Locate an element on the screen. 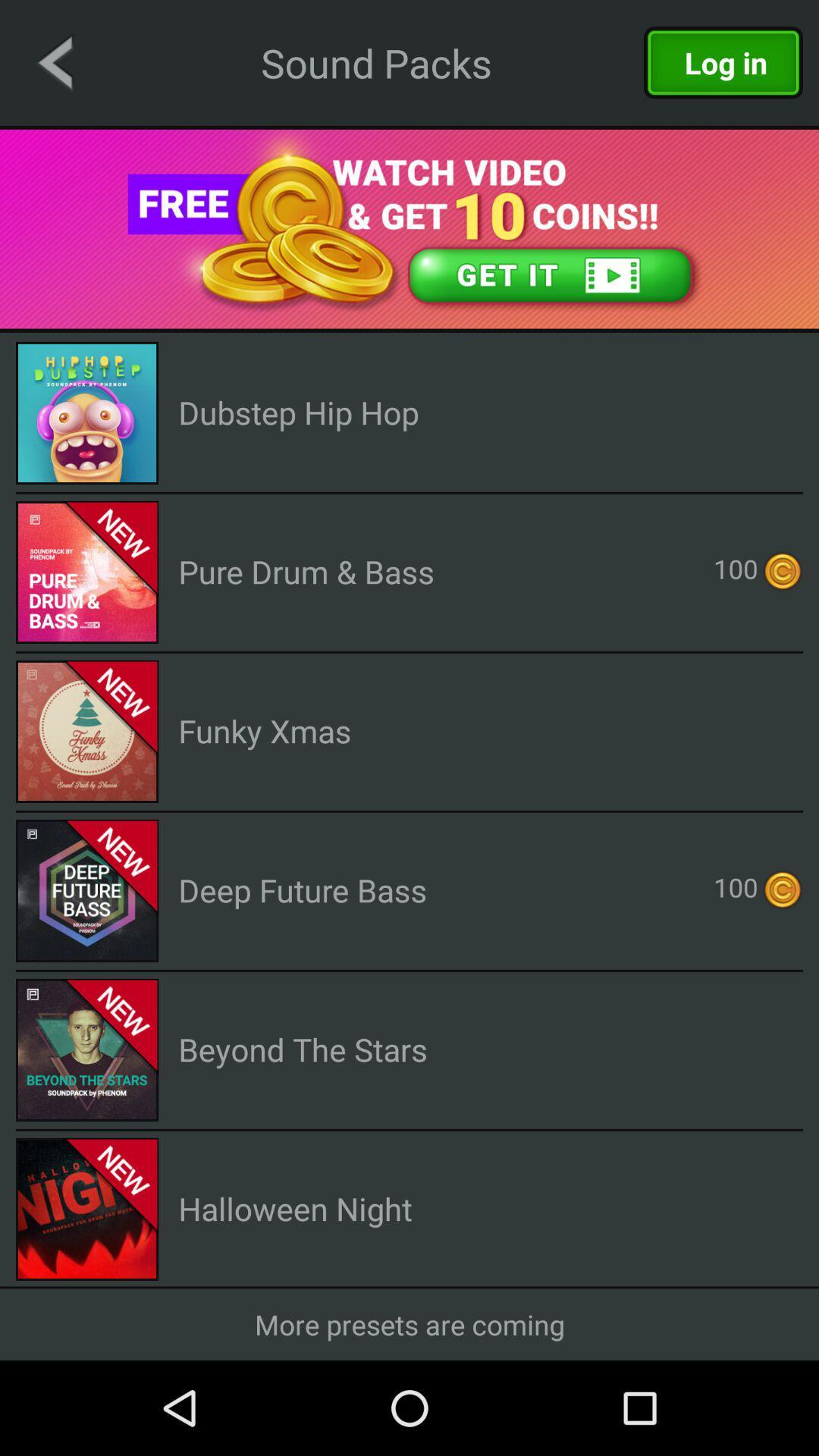  the arrow_backward icon is located at coordinates (54, 61).